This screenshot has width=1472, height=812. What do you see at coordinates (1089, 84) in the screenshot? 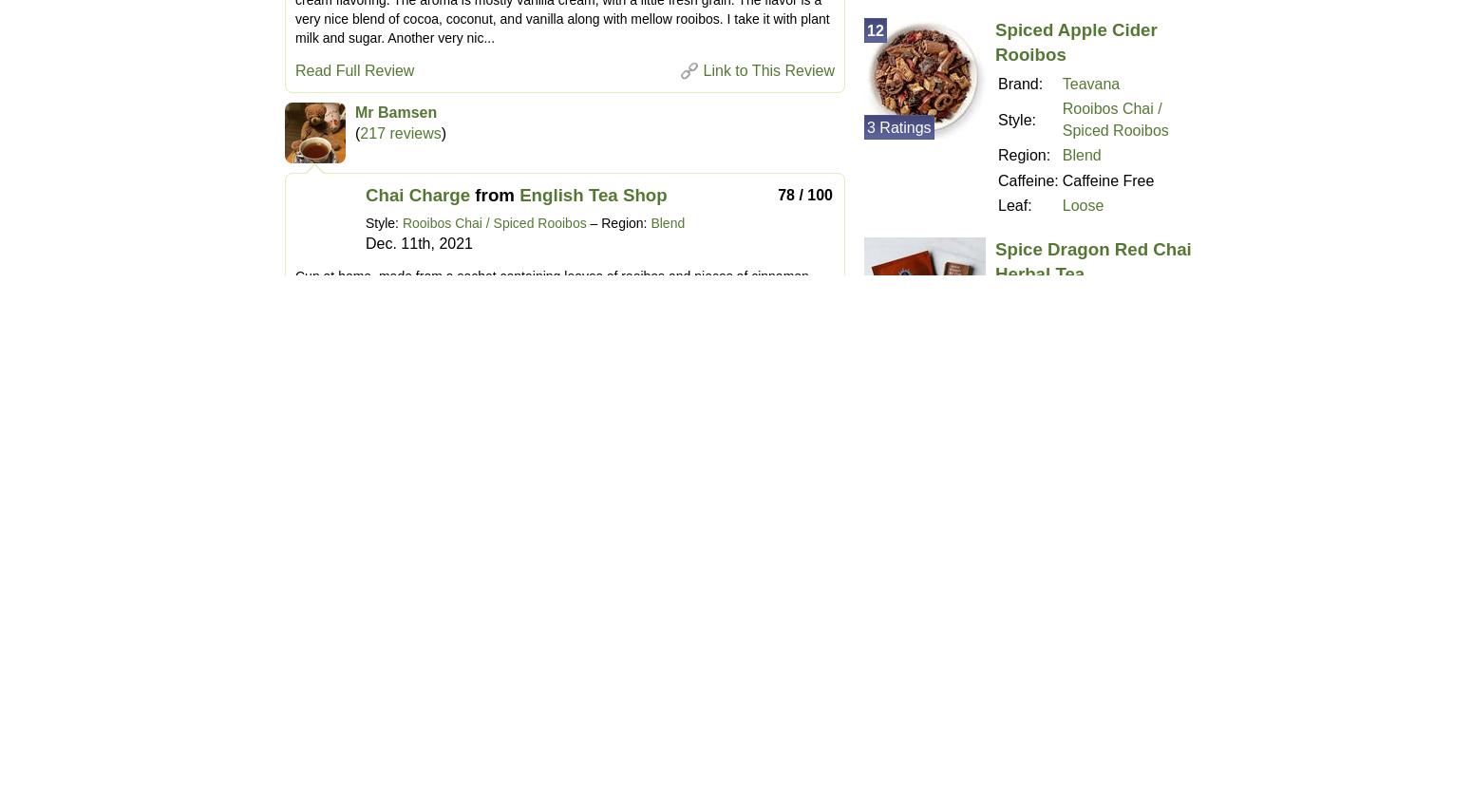
I see `'Teavana'` at bounding box center [1089, 84].